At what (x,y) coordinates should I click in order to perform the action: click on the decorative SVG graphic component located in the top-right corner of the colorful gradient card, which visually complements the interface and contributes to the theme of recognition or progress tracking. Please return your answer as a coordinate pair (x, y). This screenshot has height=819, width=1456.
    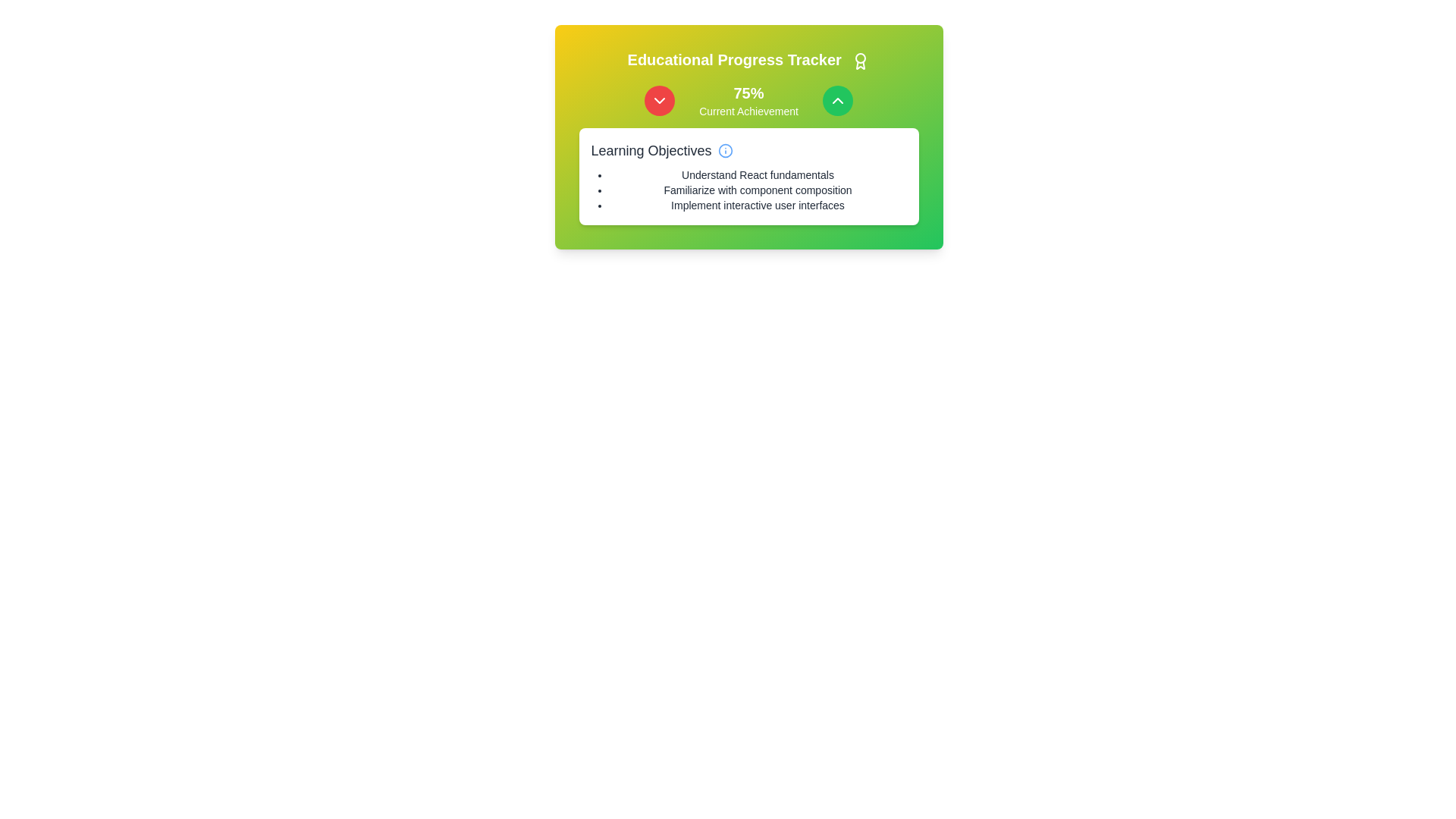
    Looking at the image, I should click on (861, 64).